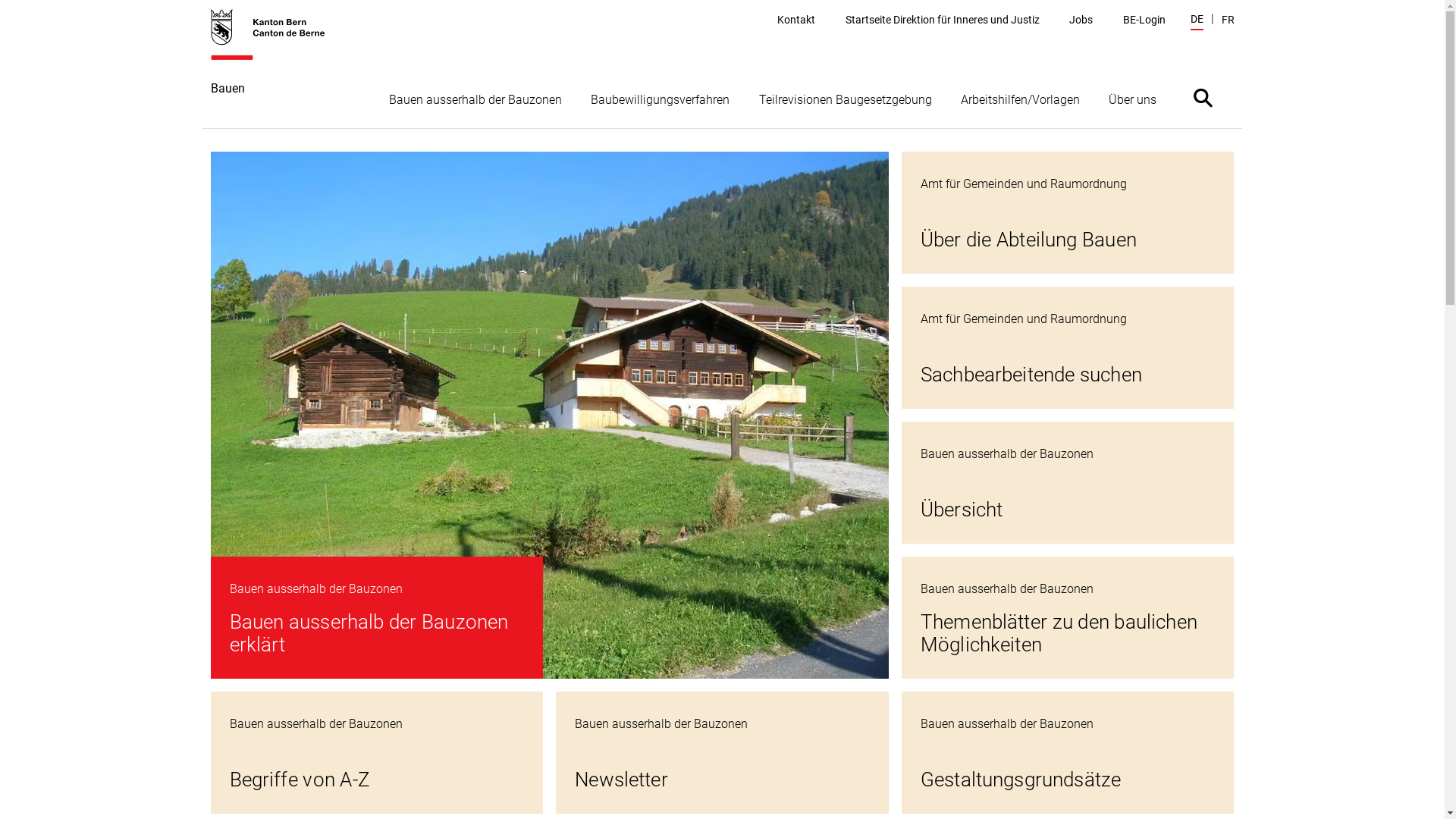 This screenshot has height=819, width=1456. I want to click on 'BE-Login', so click(1123, 20).